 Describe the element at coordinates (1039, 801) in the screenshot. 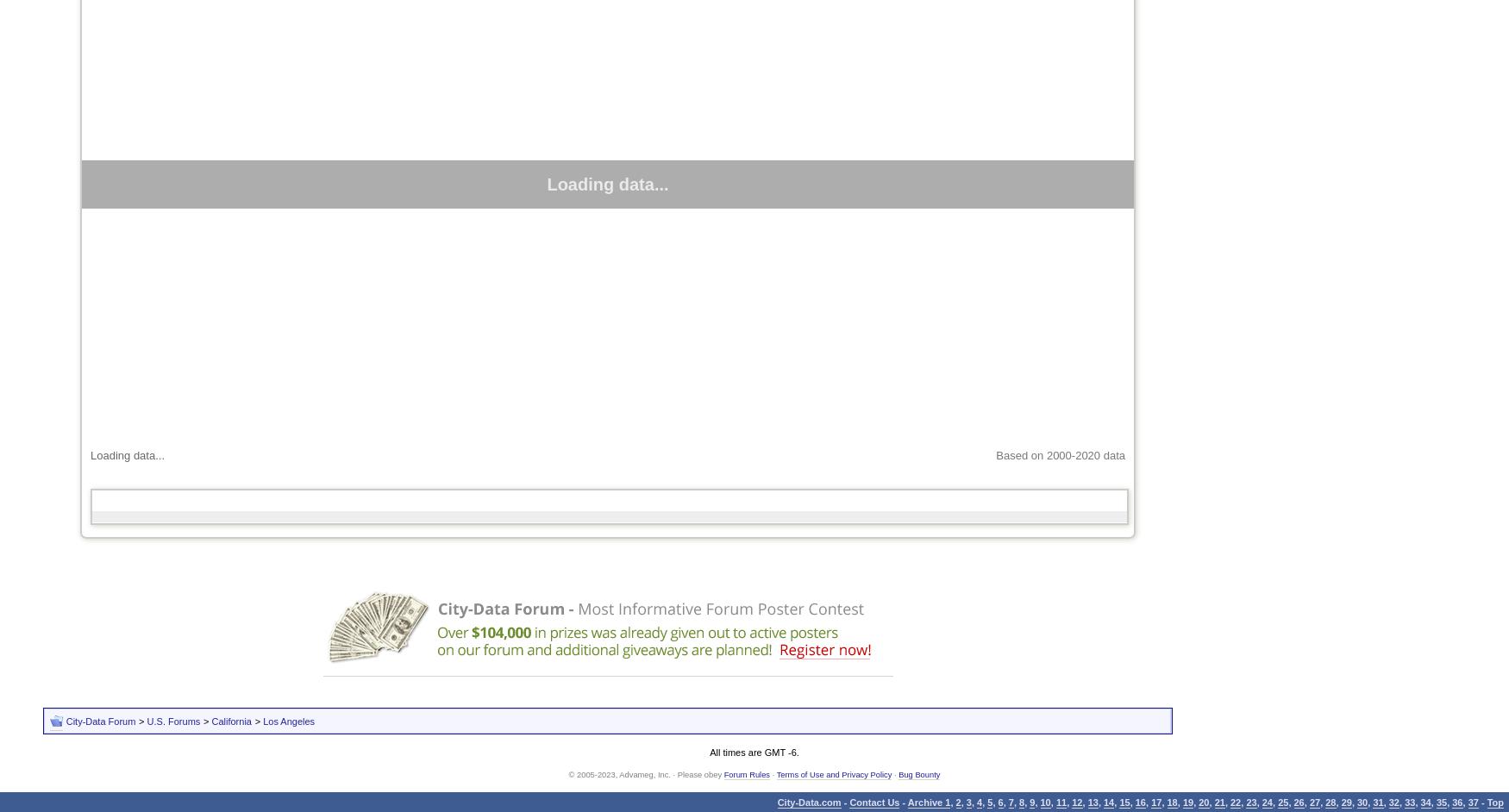

I see `'10'` at that location.